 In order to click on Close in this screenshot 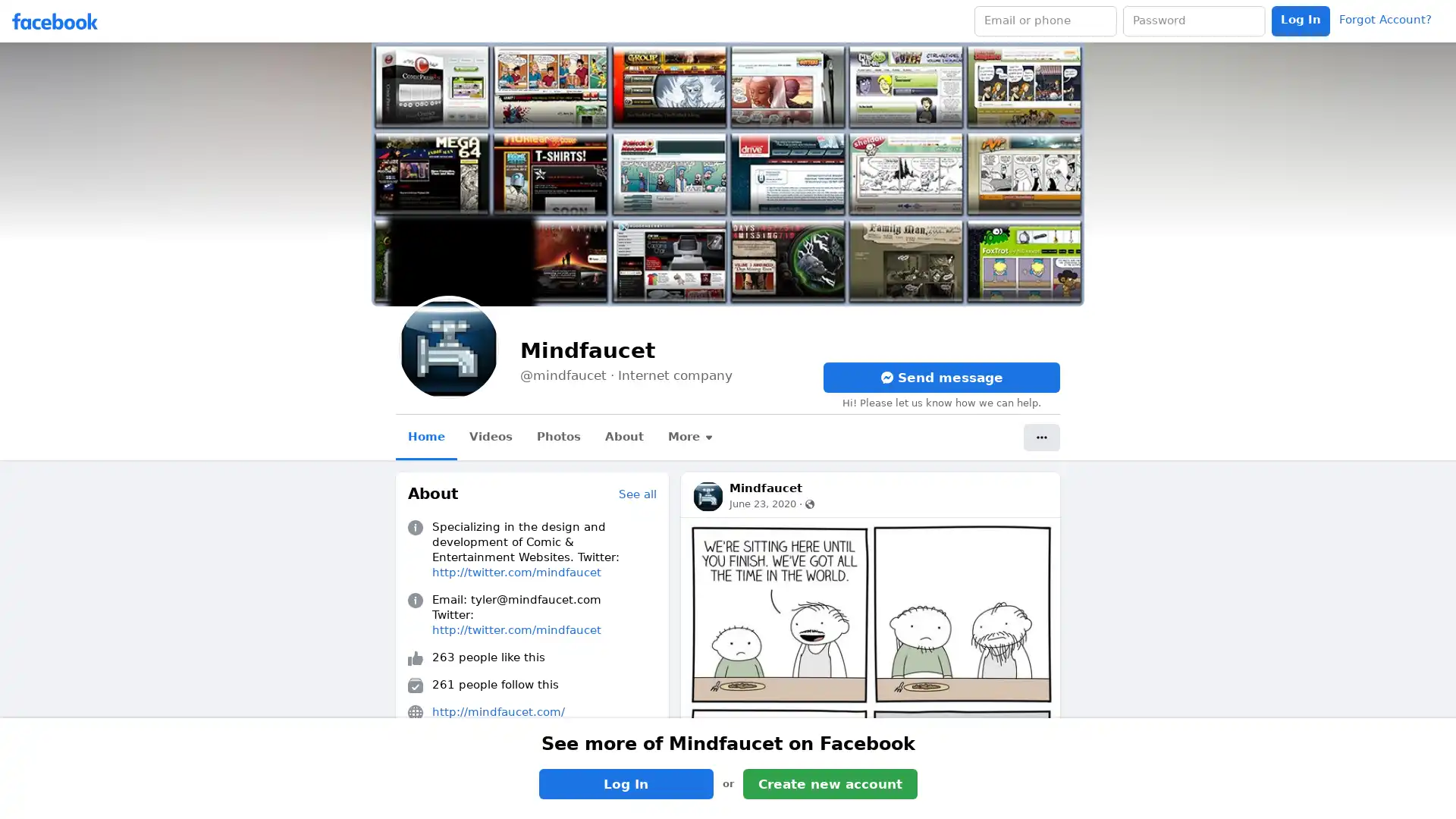, I will do `click(910, 359)`.